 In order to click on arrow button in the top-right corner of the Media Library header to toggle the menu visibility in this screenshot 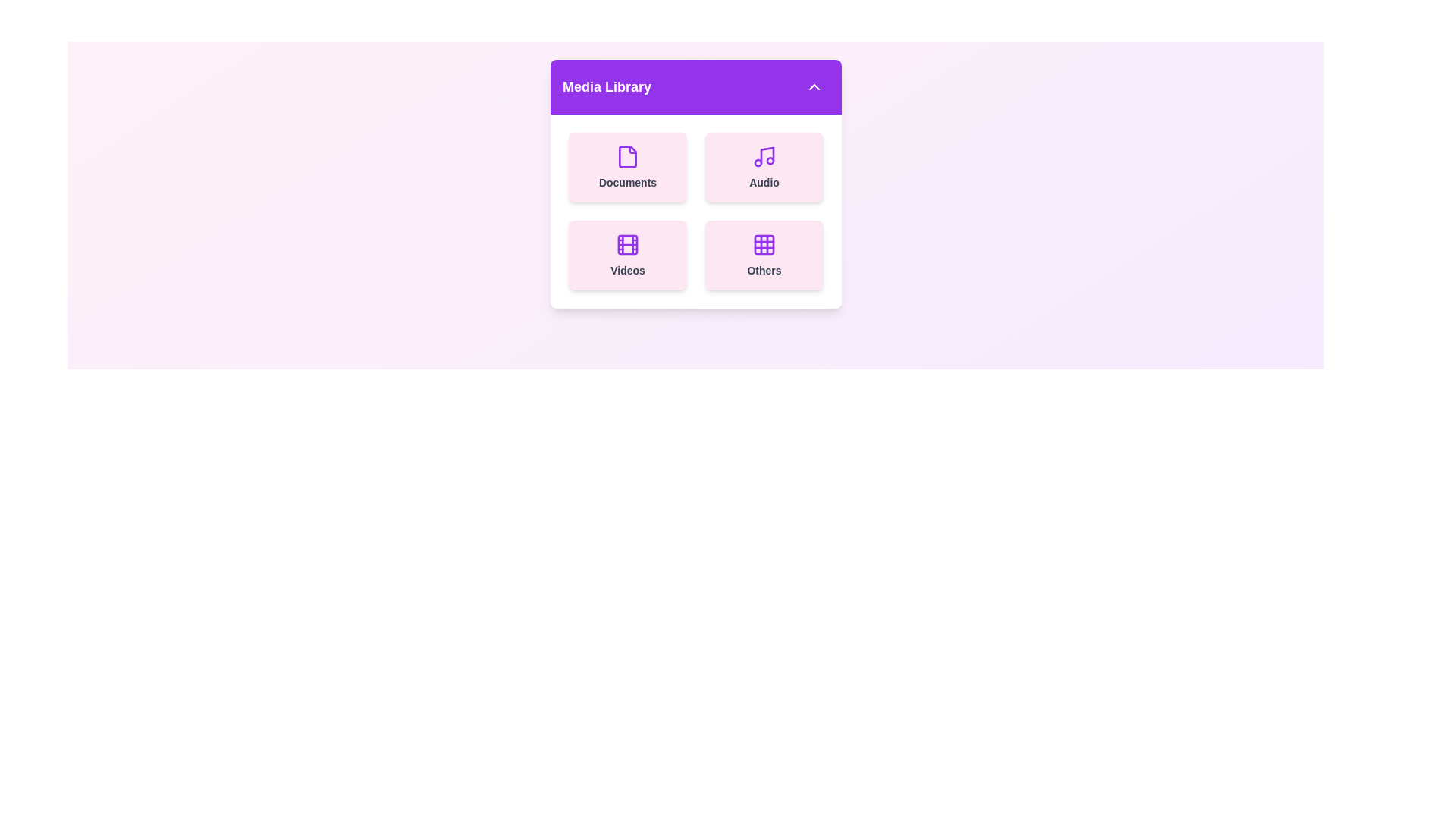, I will do `click(814, 87)`.